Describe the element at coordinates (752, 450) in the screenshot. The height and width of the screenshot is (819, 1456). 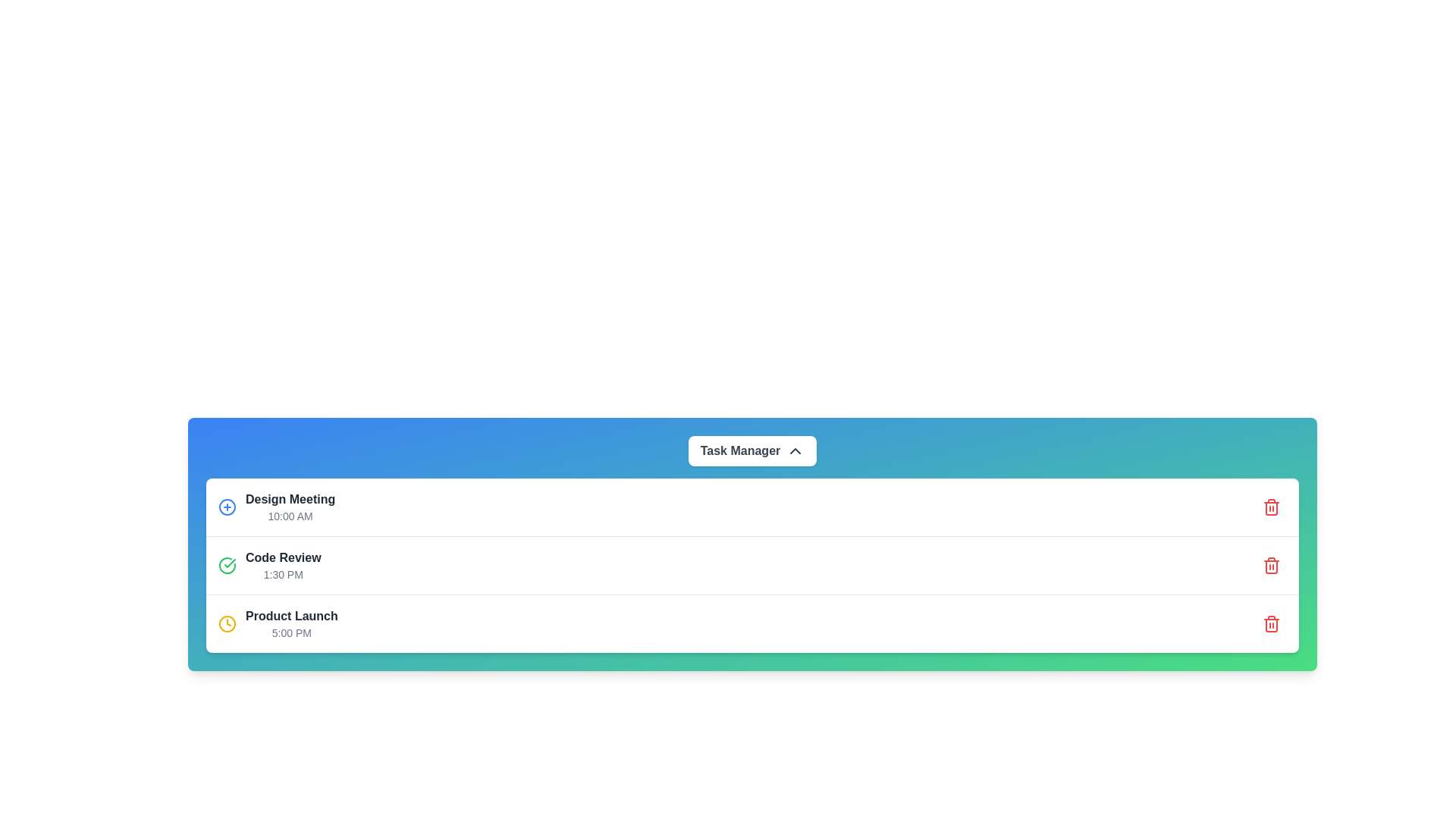
I see `the 'Task Manager' button with a white background and an upwards-pointing chevron icon` at that location.